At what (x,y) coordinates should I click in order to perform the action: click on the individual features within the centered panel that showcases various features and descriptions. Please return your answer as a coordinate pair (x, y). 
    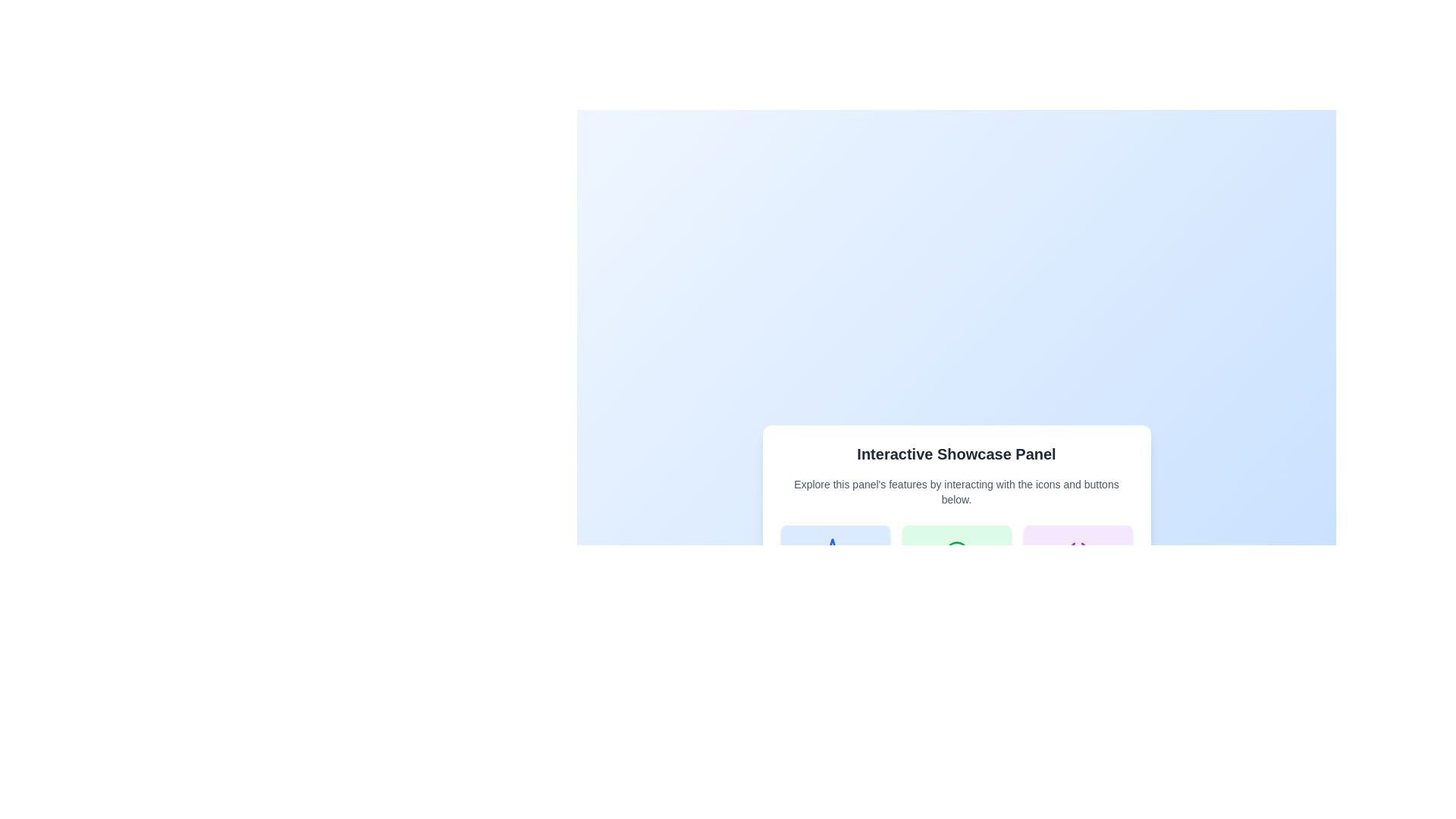
    Looking at the image, I should click on (955, 519).